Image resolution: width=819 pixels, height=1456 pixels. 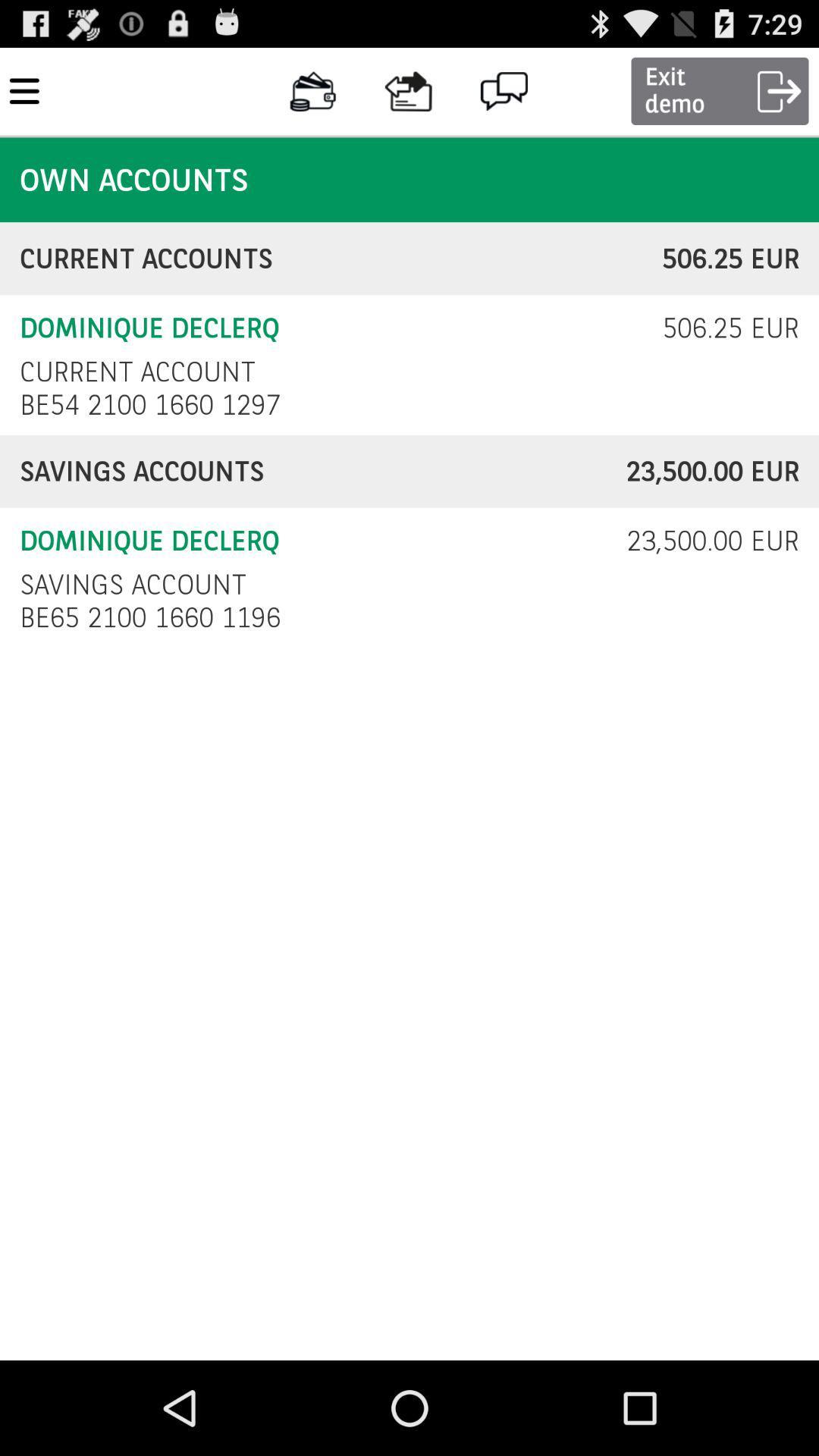 I want to click on be65 2100 1660 icon, so click(x=154, y=617).